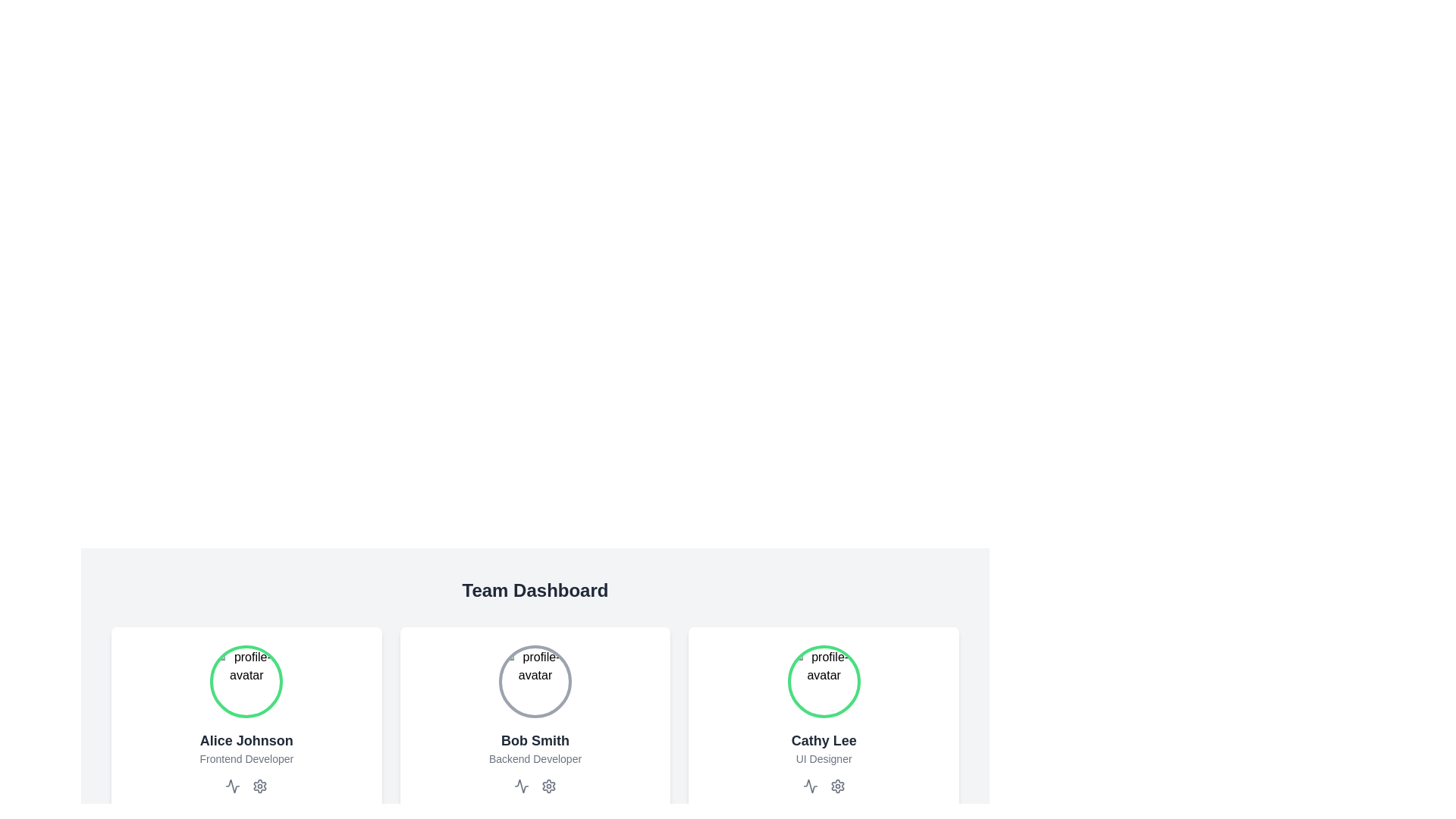  What do you see at coordinates (535, 680) in the screenshot?
I see `the Profile Image representing Bob Smith in the Team Dashboard section` at bounding box center [535, 680].